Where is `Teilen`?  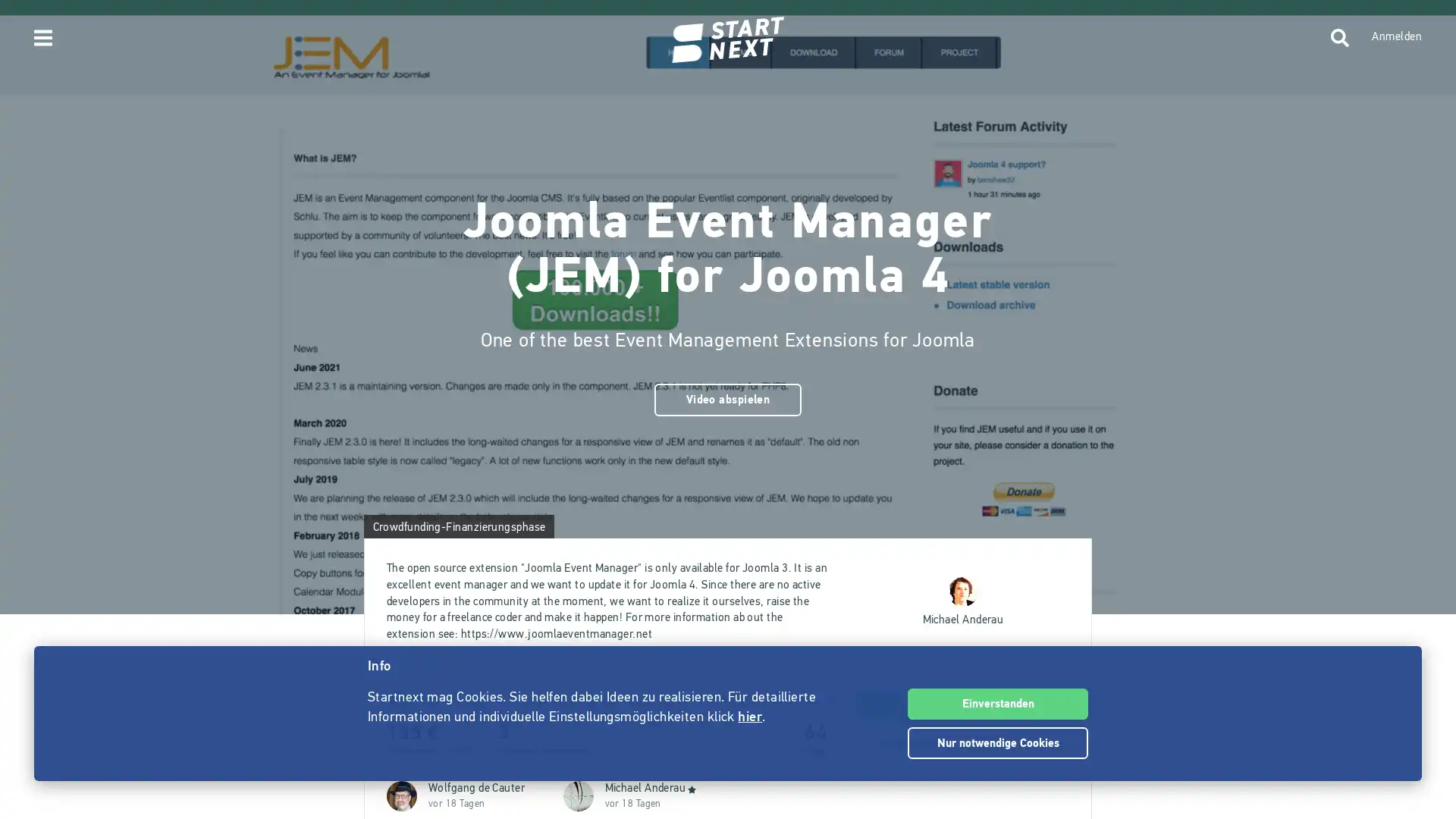
Teilen is located at coordinates (1017, 742).